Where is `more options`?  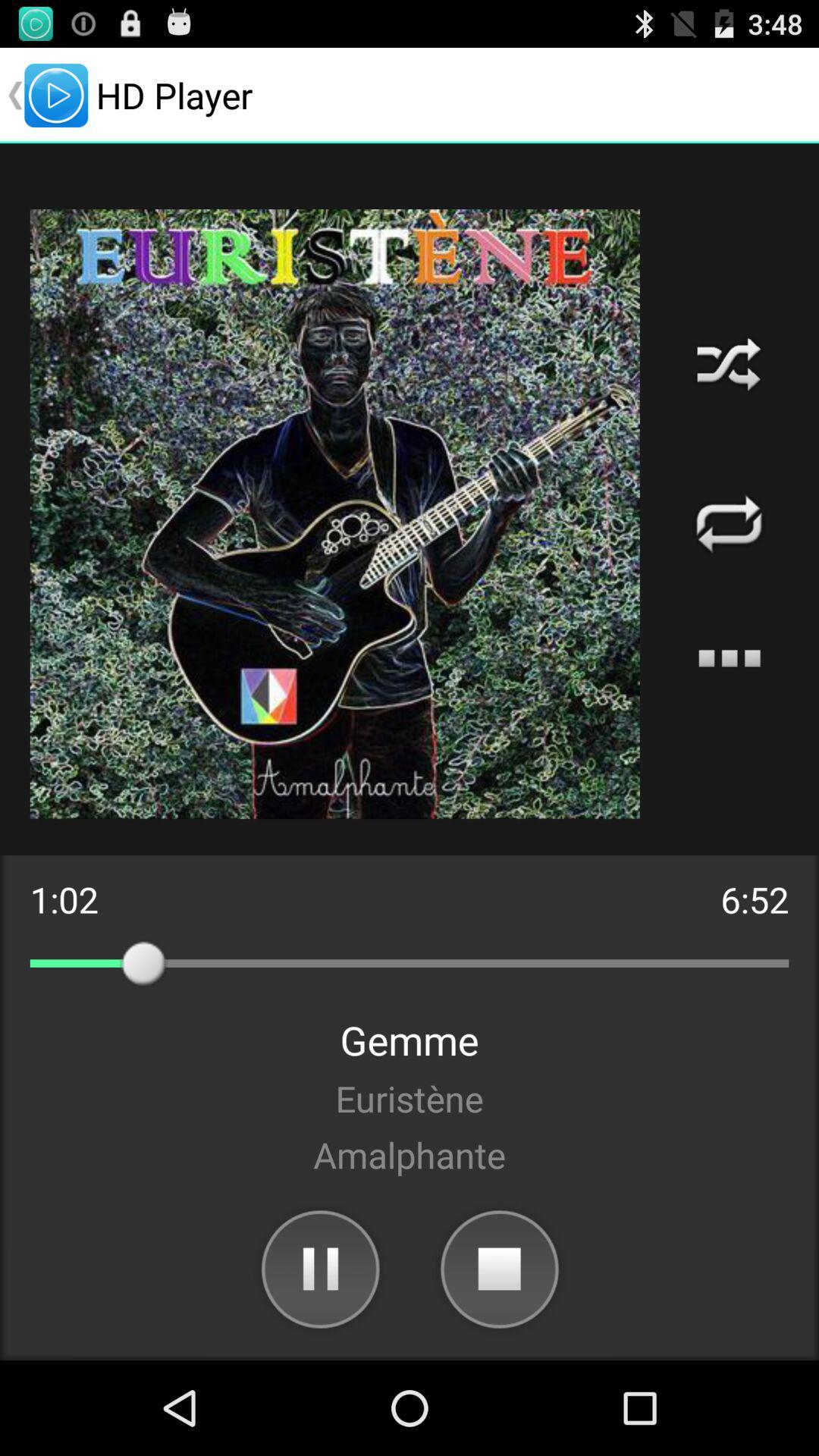
more options is located at coordinates (728, 658).